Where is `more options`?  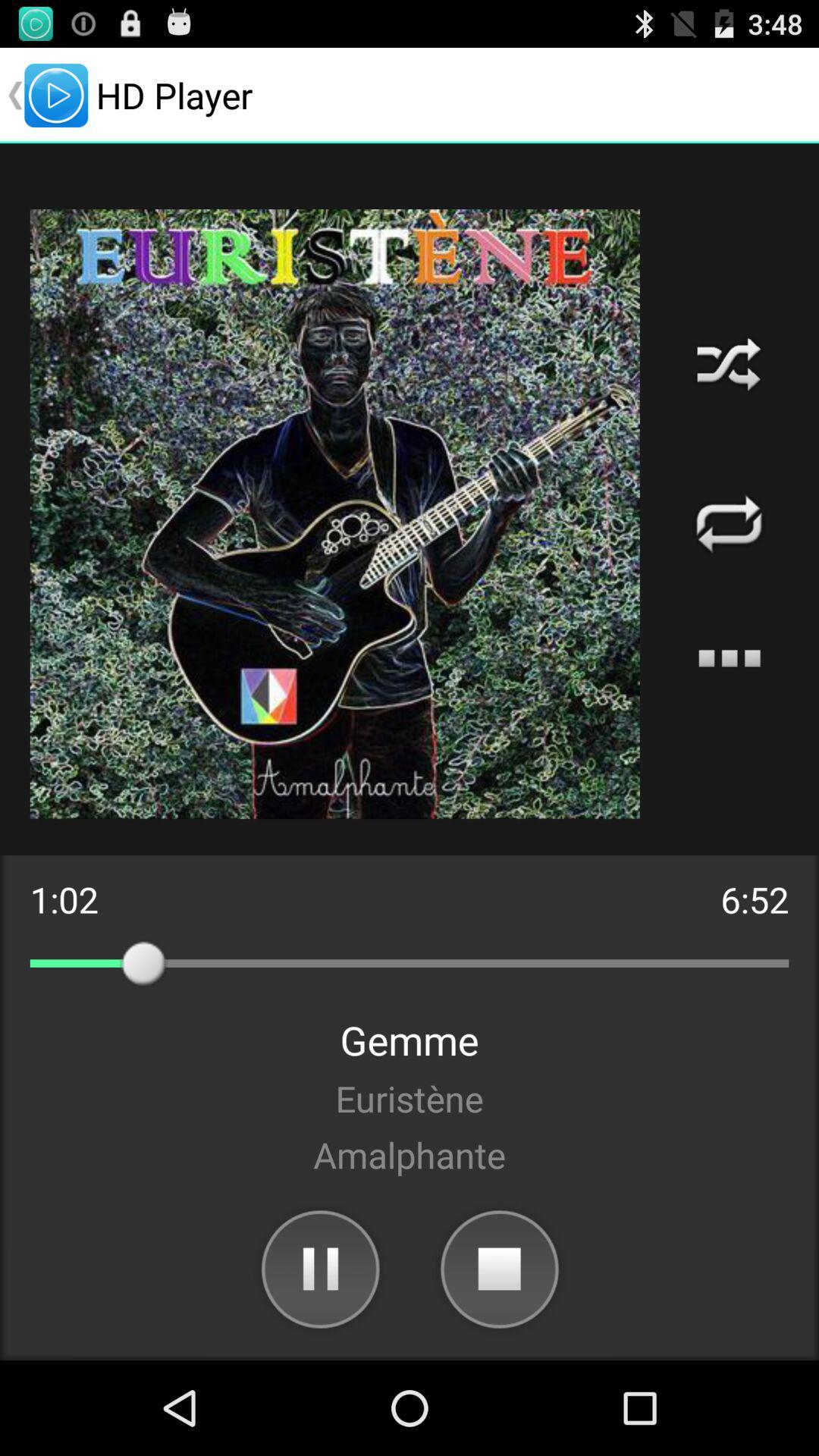
more options is located at coordinates (728, 658).